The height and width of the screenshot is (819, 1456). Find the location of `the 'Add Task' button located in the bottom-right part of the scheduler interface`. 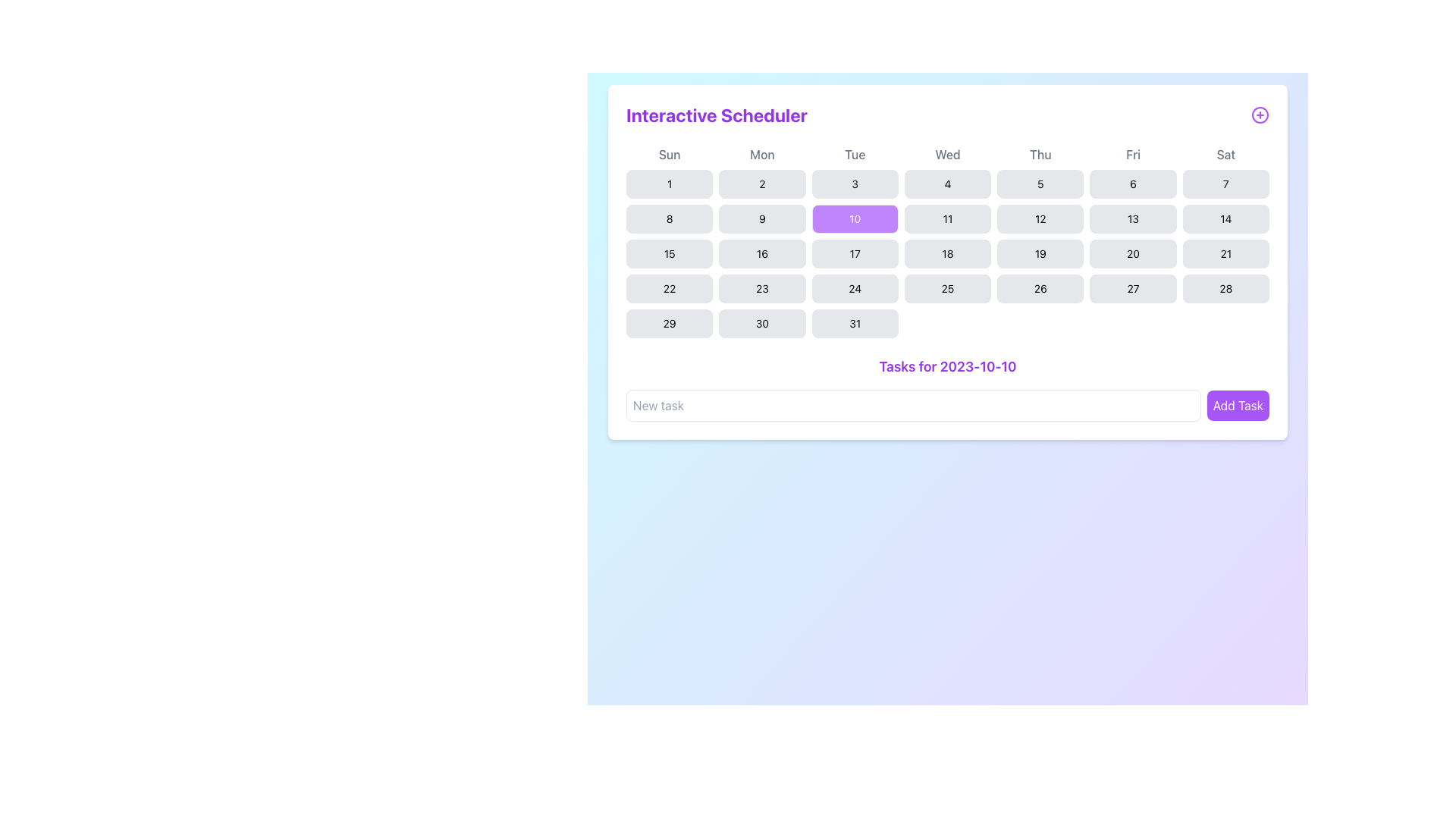

the 'Add Task' button located in the bottom-right part of the scheduler interface is located at coordinates (1238, 405).